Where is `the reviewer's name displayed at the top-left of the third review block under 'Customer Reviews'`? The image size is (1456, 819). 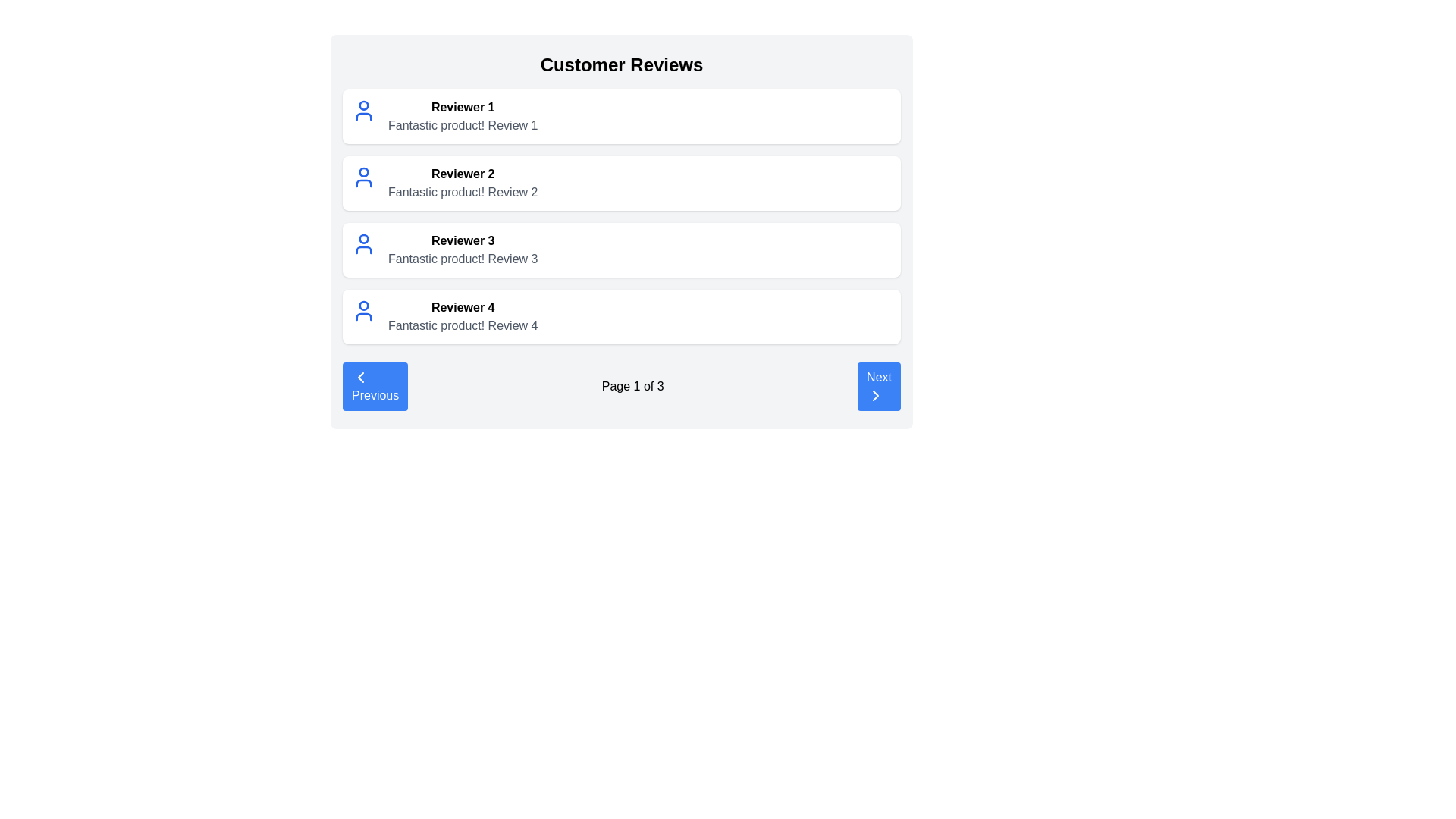
the reviewer's name displayed at the top-left of the third review block under 'Customer Reviews' is located at coordinates (462, 240).